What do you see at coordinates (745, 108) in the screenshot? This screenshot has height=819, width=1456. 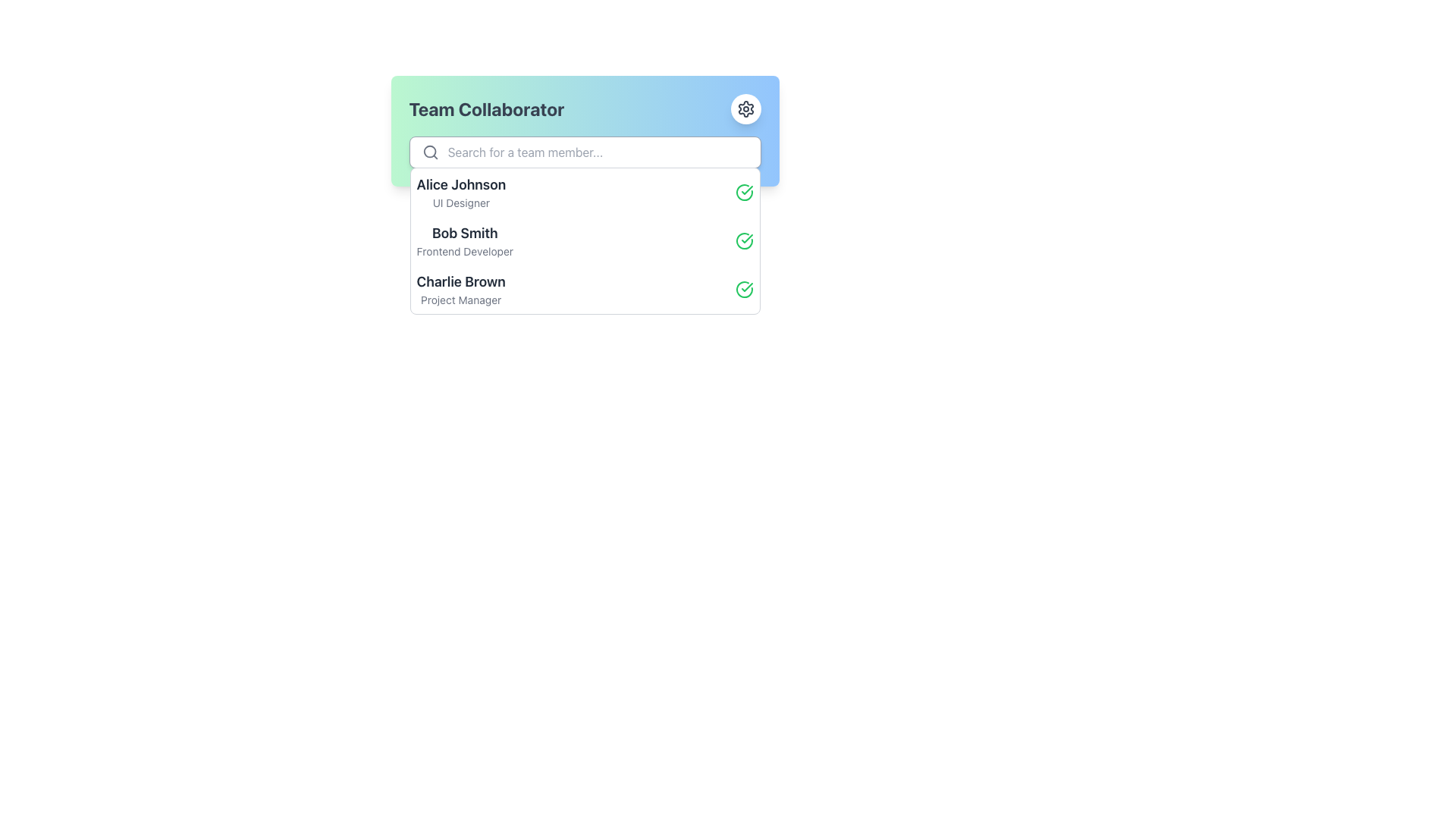 I see `the settings icon in the top-right corner of the module on the blue gradient header, which serves as the access point for the 'Team Collaborator' feature` at bounding box center [745, 108].